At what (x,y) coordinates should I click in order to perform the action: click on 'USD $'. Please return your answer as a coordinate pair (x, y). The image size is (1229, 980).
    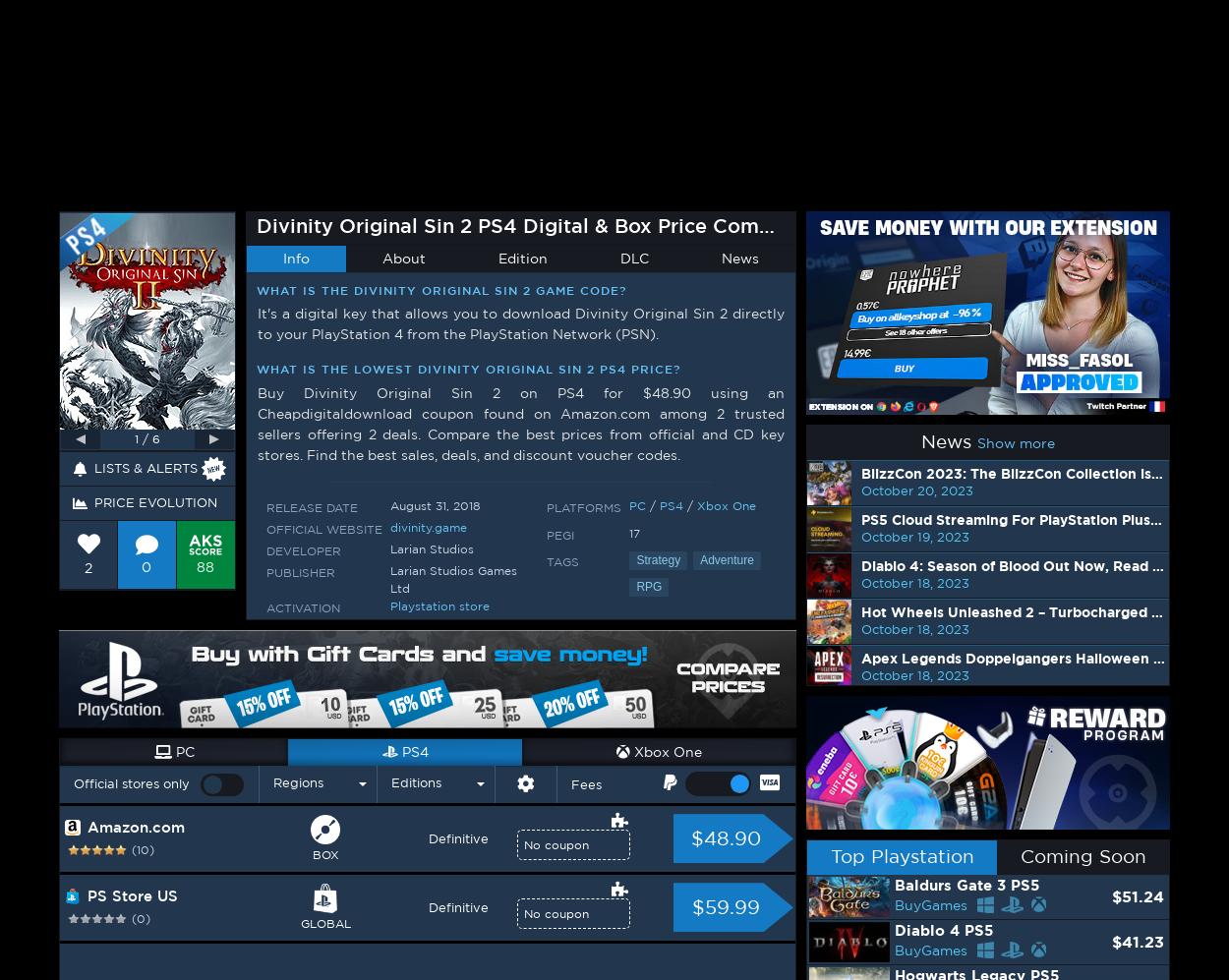
    Looking at the image, I should click on (1096, 25).